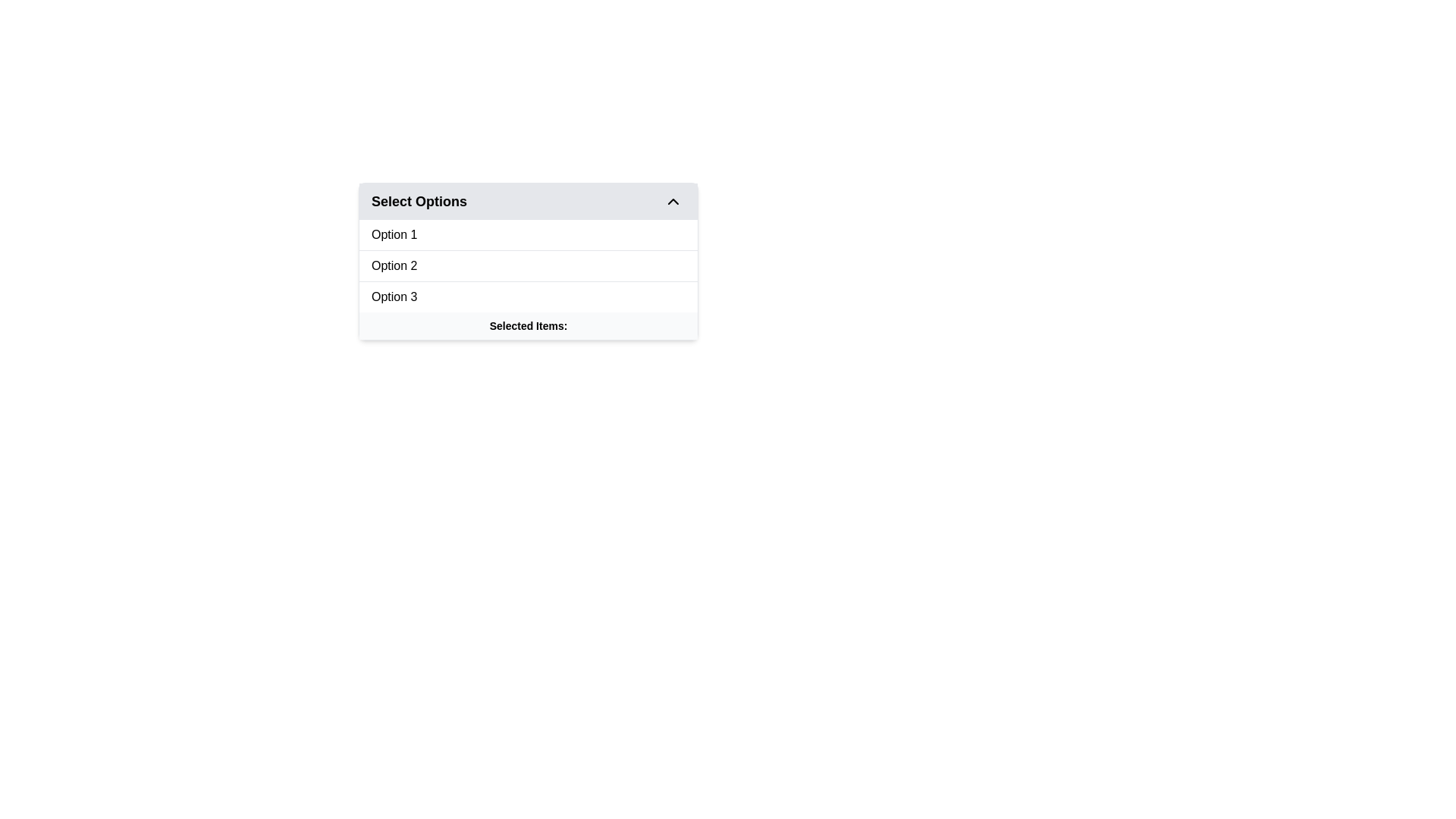 This screenshot has height=819, width=1456. I want to click on the dropdown menu item labeled 'Option 2', so click(394, 265).